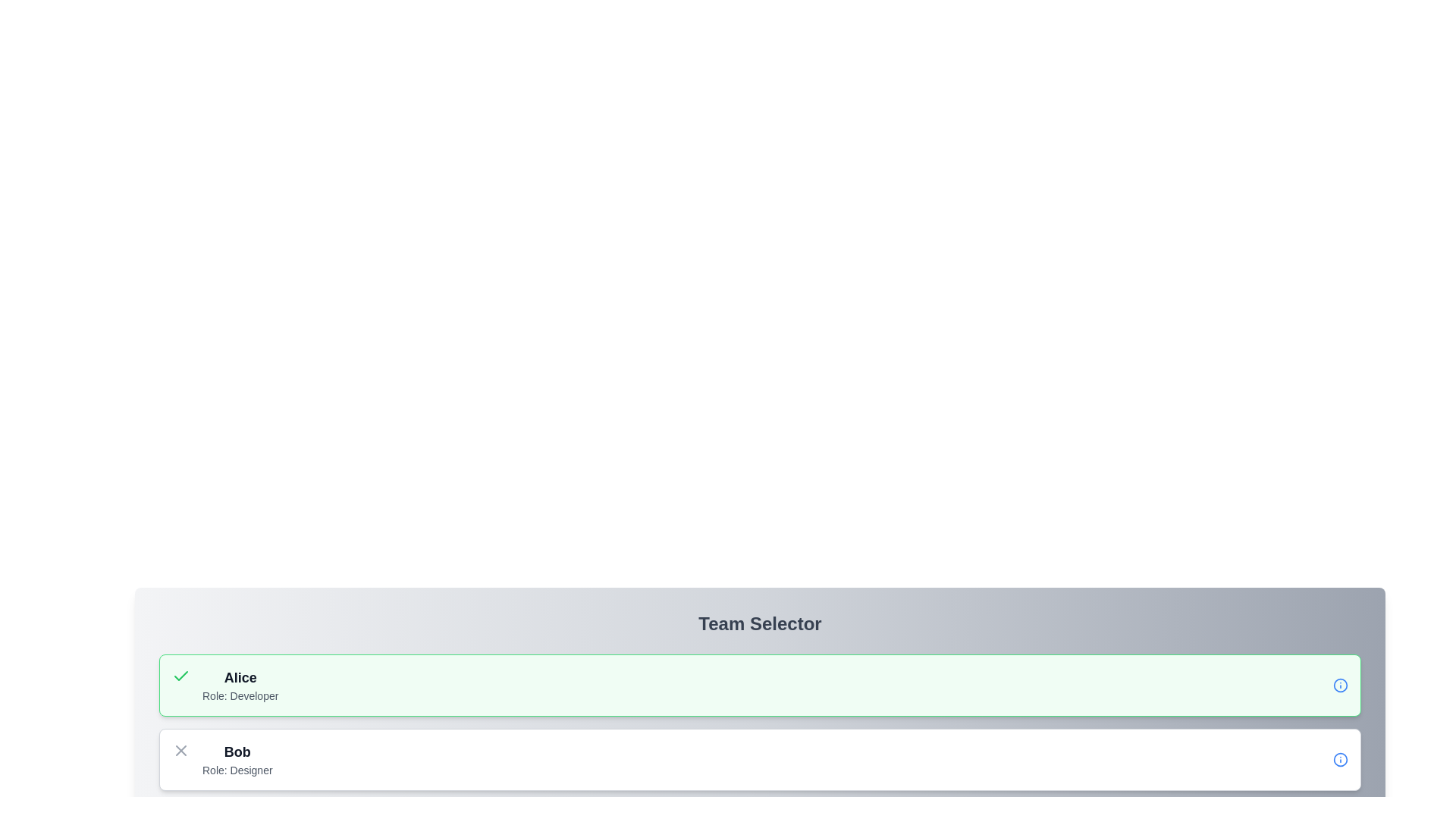 This screenshot has height=819, width=1456. Describe the element at coordinates (240, 685) in the screenshot. I see `the Text Label displaying the name 'Alice' in the team selector interface, located in the top-left corner of the section with green highlighting` at that location.